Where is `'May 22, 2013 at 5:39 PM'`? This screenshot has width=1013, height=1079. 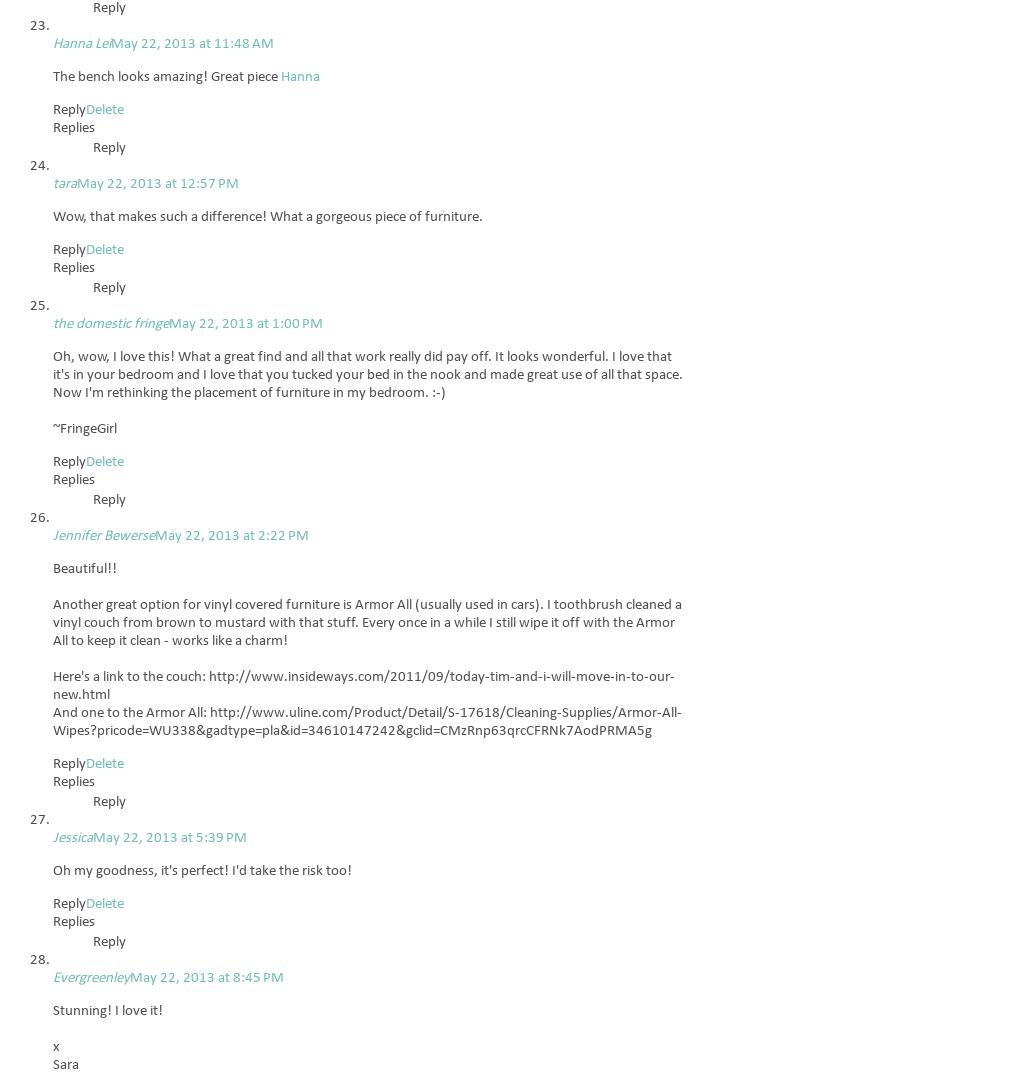
'May 22, 2013 at 5:39 PM' is located at coordinates (169, 838).